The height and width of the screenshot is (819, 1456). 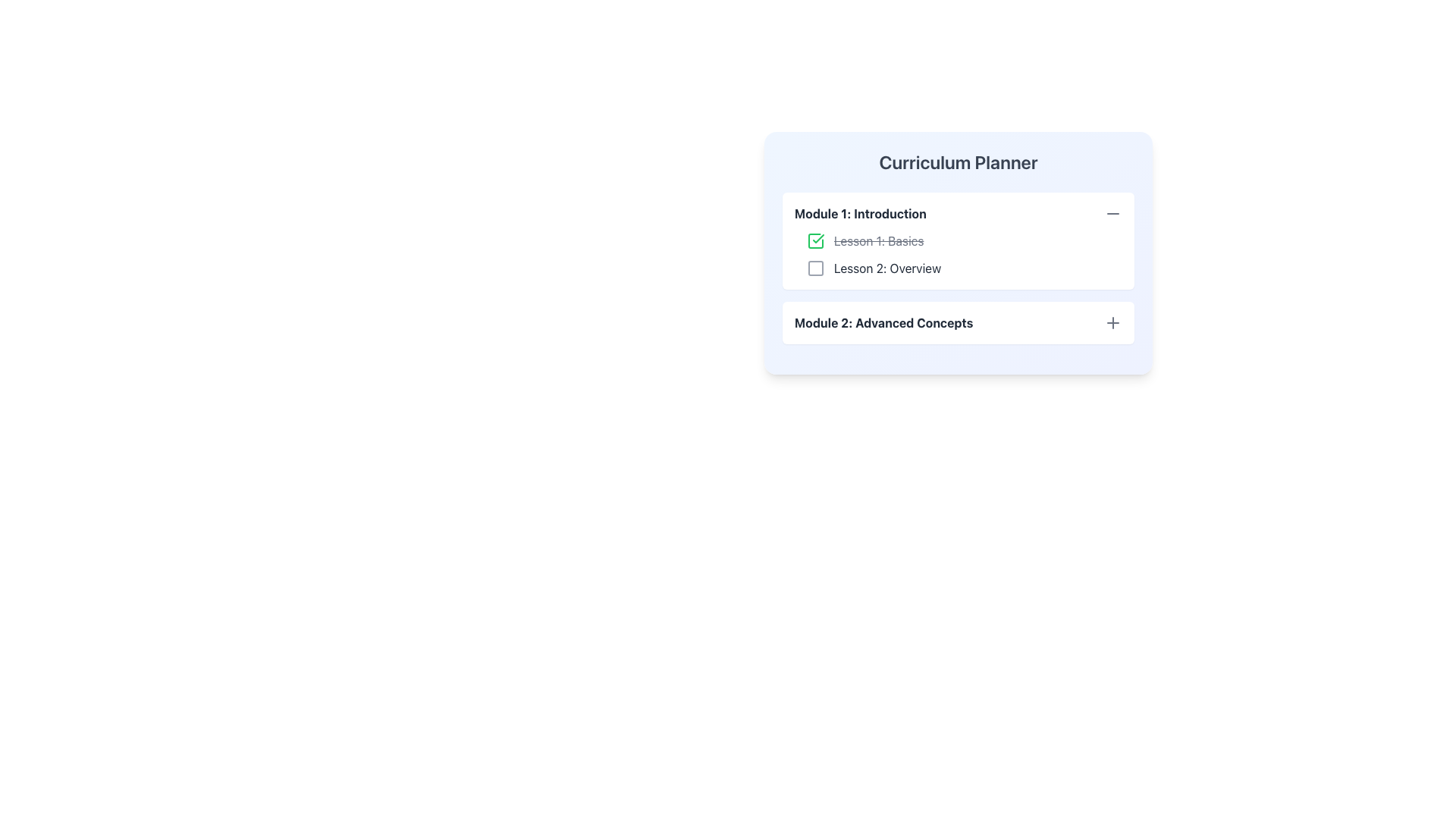 What do you see at coordinates (1113, 213) in the screenshot?
I see `the light gray horizontal line toggle button located to the far right of the 'Module 1: Introduction' header in the curriculum planner` at bounding box center [1113, 213].